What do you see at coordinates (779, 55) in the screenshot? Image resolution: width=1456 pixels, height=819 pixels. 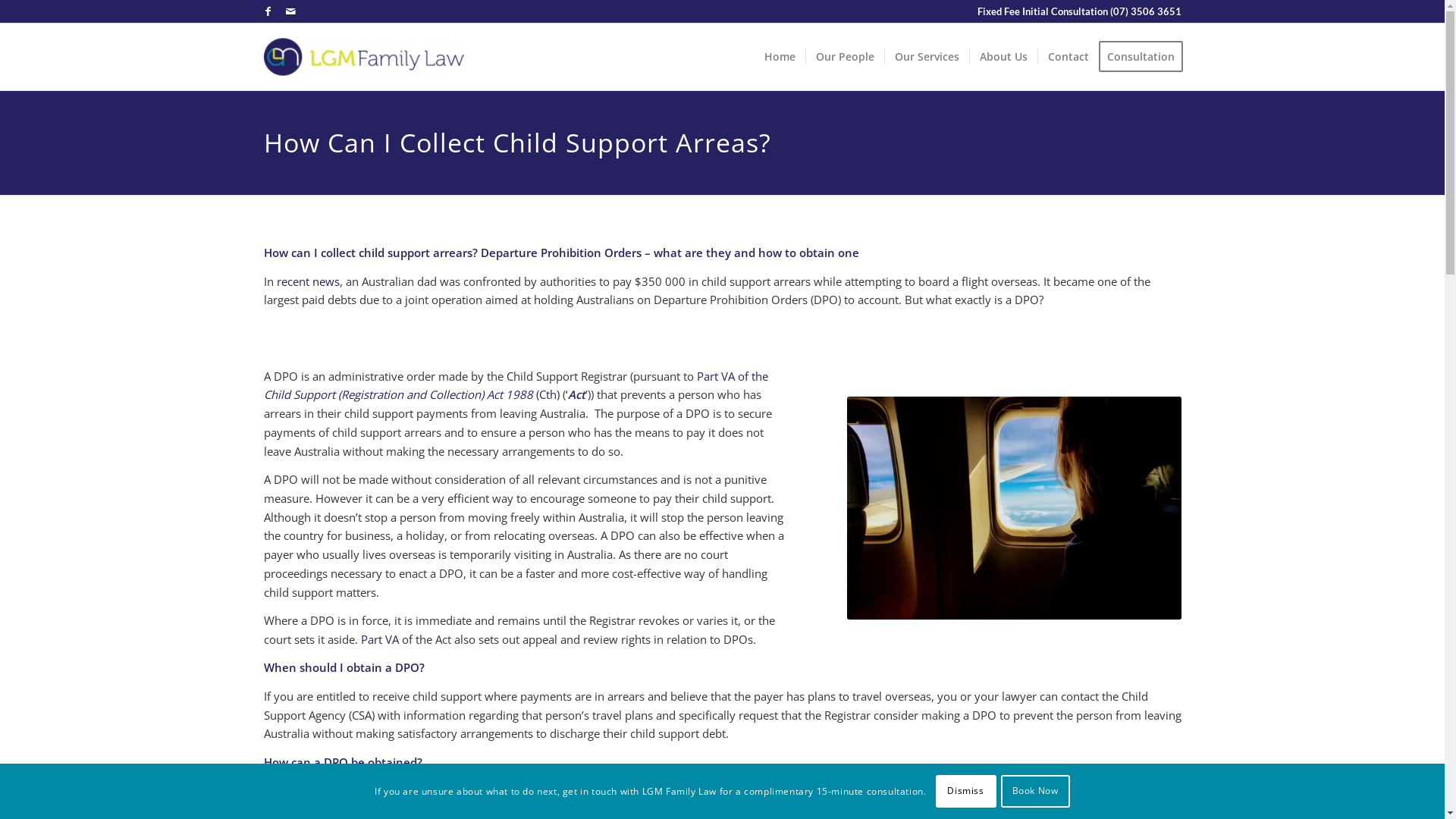 I see `'Home'` at bounding box center [779, 55].